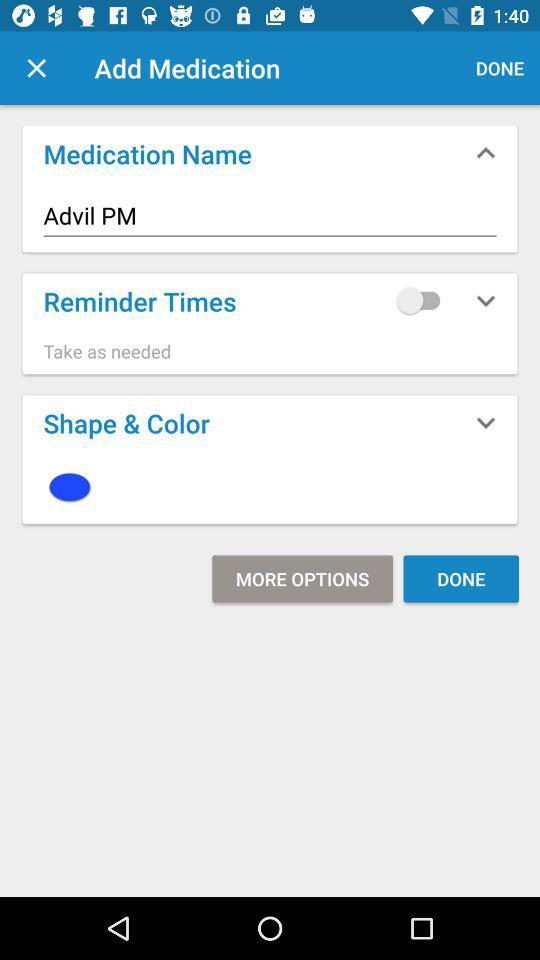 Image resolution: width=540 pixels, height=960 pixels. I want to click on item above the more options item, so click(270, 486).